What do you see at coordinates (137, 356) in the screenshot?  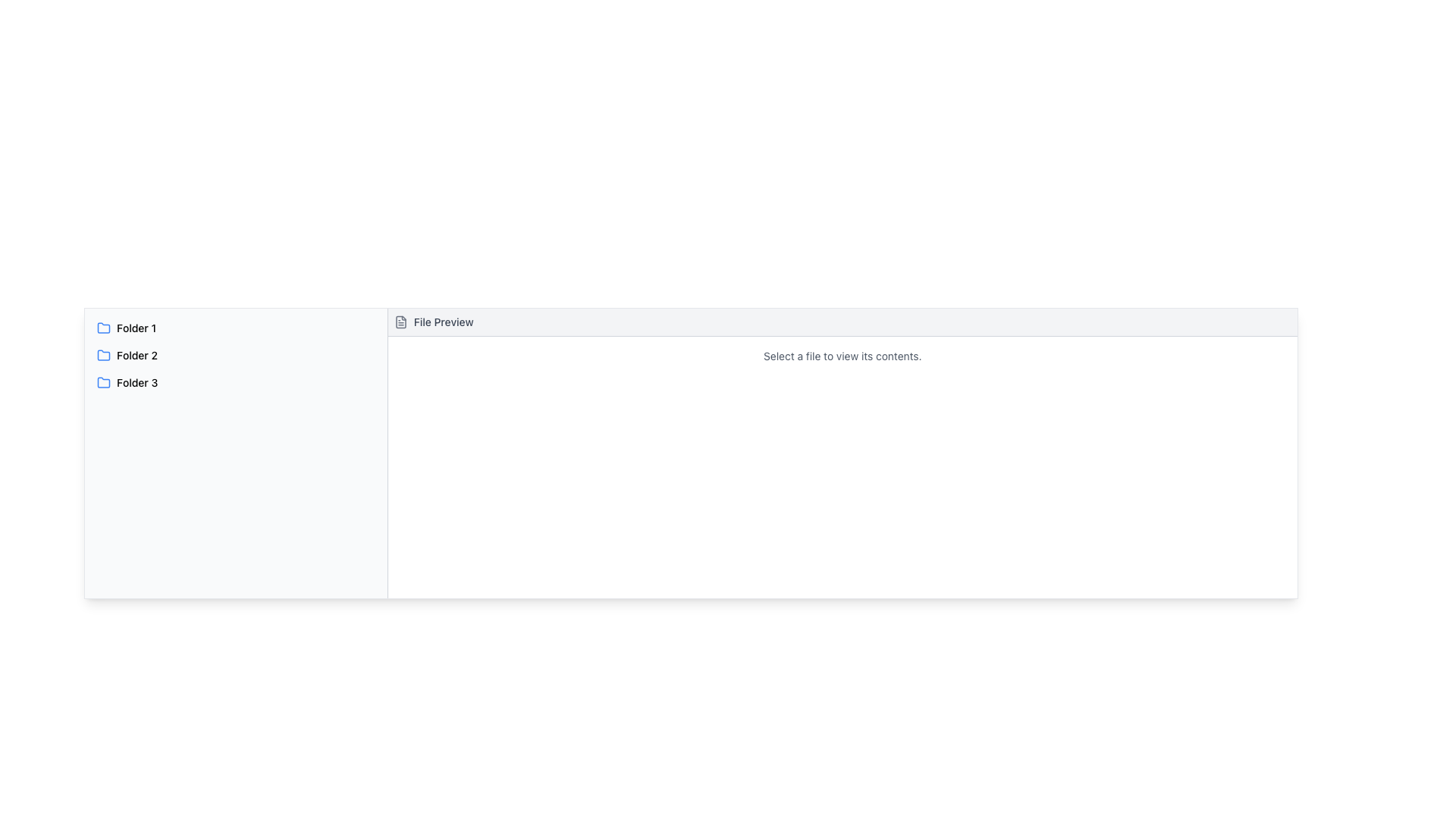 I see `the text label displaying 'Folder 2', which is part of a vertically arranged list of folder entries, located between 'Folder 1' and 'Folder 3'` at bounding box center [137, 356].